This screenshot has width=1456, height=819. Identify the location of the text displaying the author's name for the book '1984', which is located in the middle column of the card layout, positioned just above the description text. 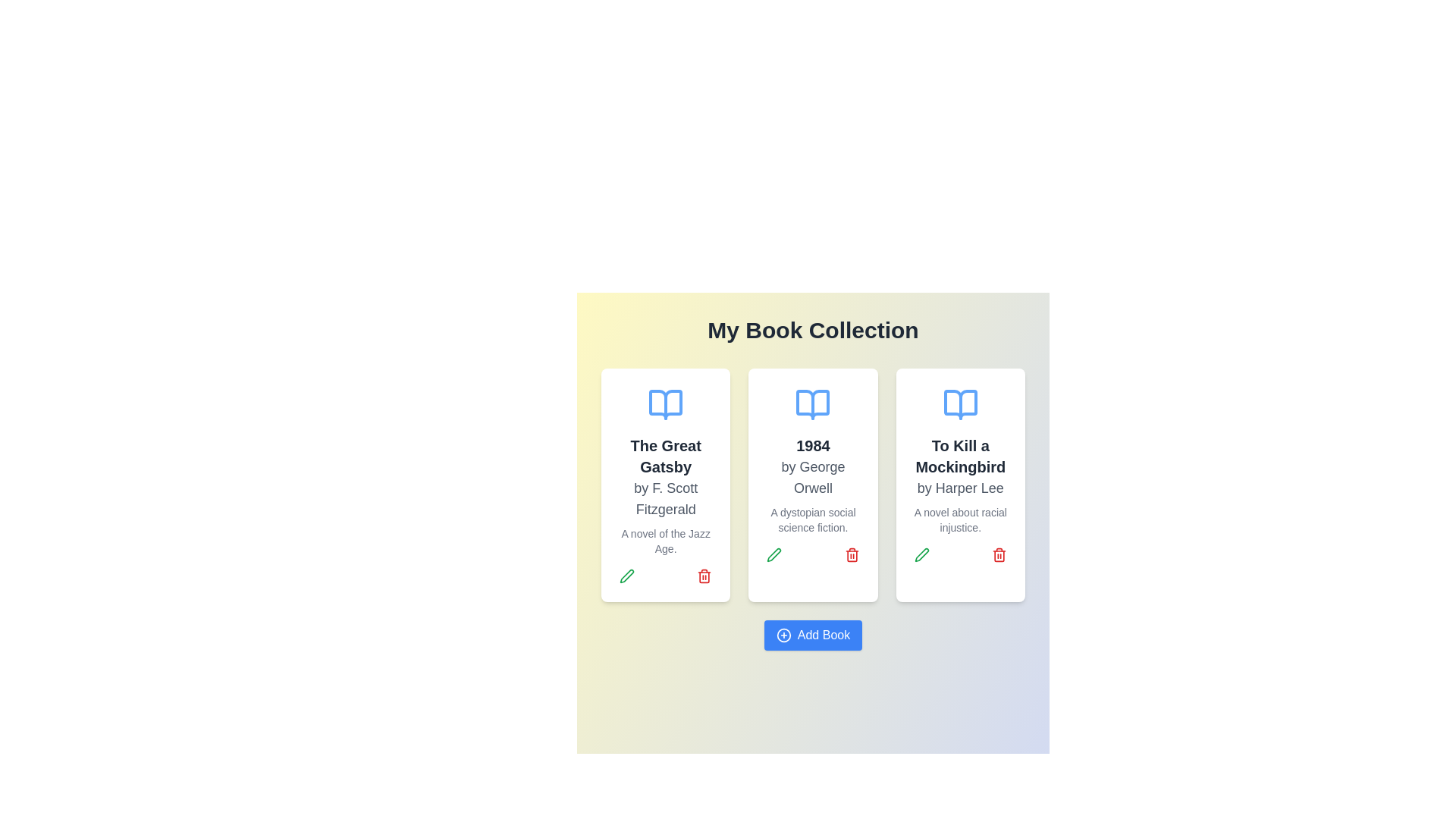
(812, 476).